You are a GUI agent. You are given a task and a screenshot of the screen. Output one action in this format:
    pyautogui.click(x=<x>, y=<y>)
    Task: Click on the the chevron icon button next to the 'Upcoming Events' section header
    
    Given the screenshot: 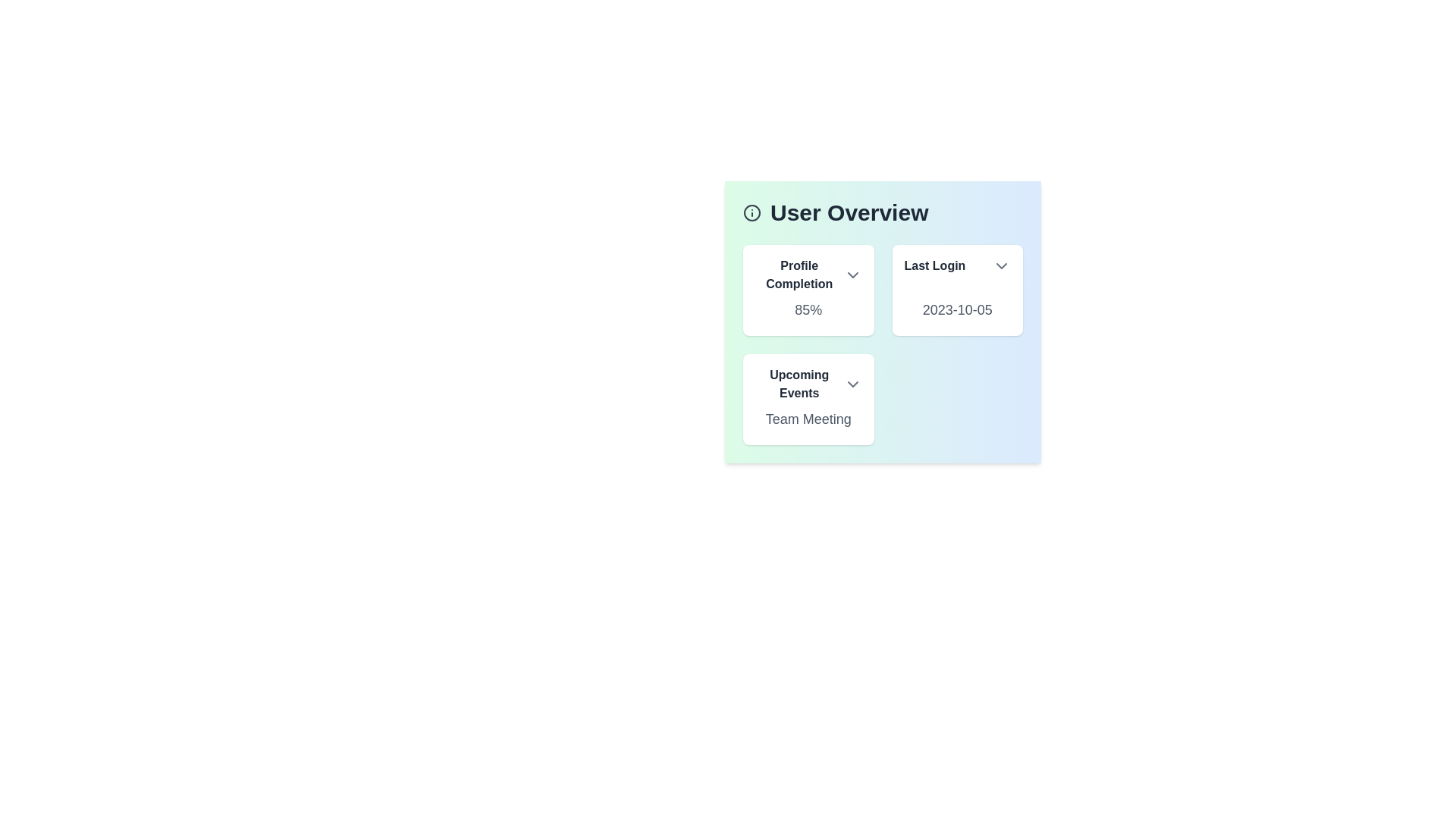 What is the action you would take?
    pyautogui.click(x=852, y=383)
    